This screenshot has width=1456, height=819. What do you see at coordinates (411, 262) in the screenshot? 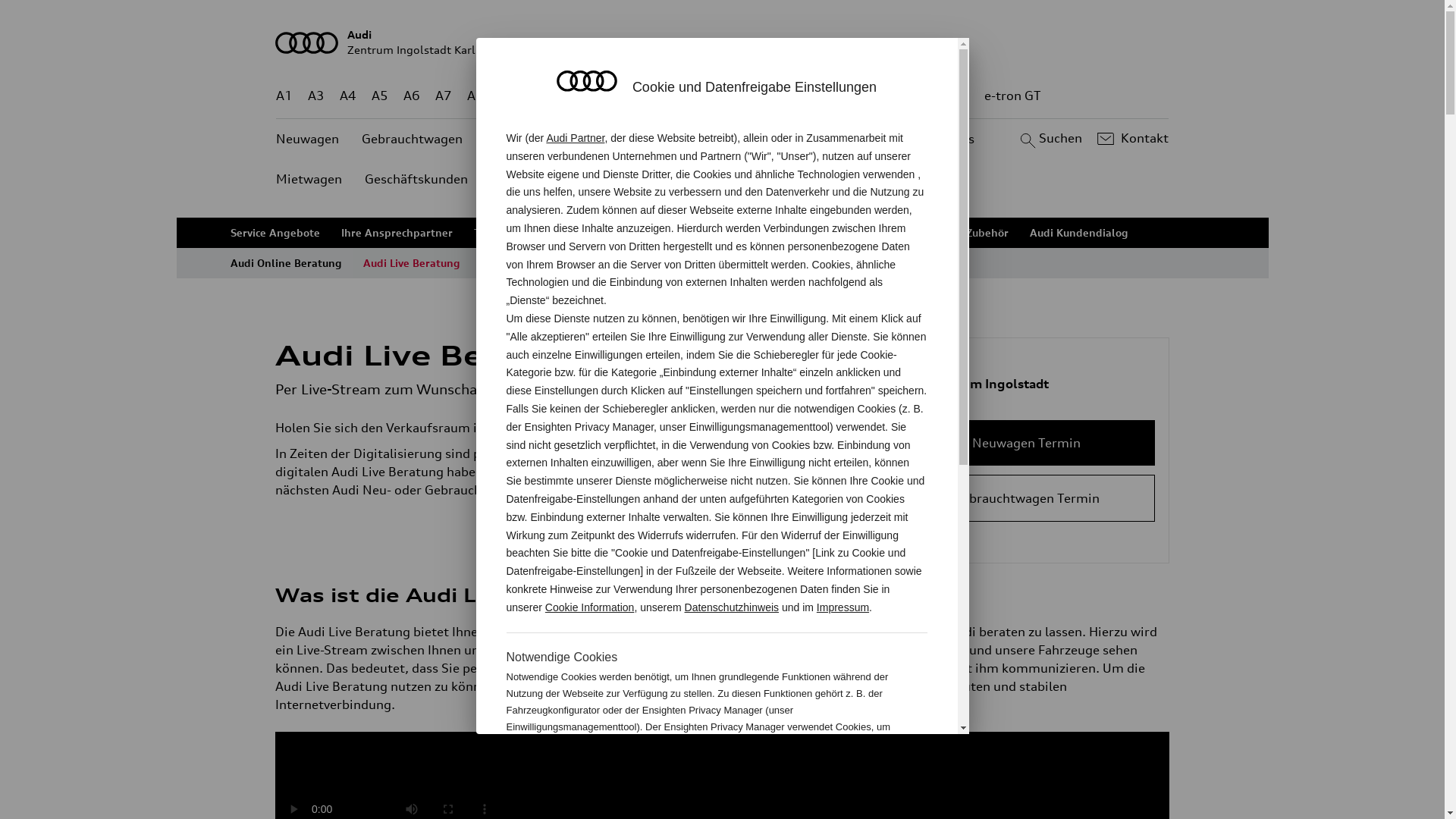
I see `'Audi Live Beratung'` at bounding box center [411, 262].